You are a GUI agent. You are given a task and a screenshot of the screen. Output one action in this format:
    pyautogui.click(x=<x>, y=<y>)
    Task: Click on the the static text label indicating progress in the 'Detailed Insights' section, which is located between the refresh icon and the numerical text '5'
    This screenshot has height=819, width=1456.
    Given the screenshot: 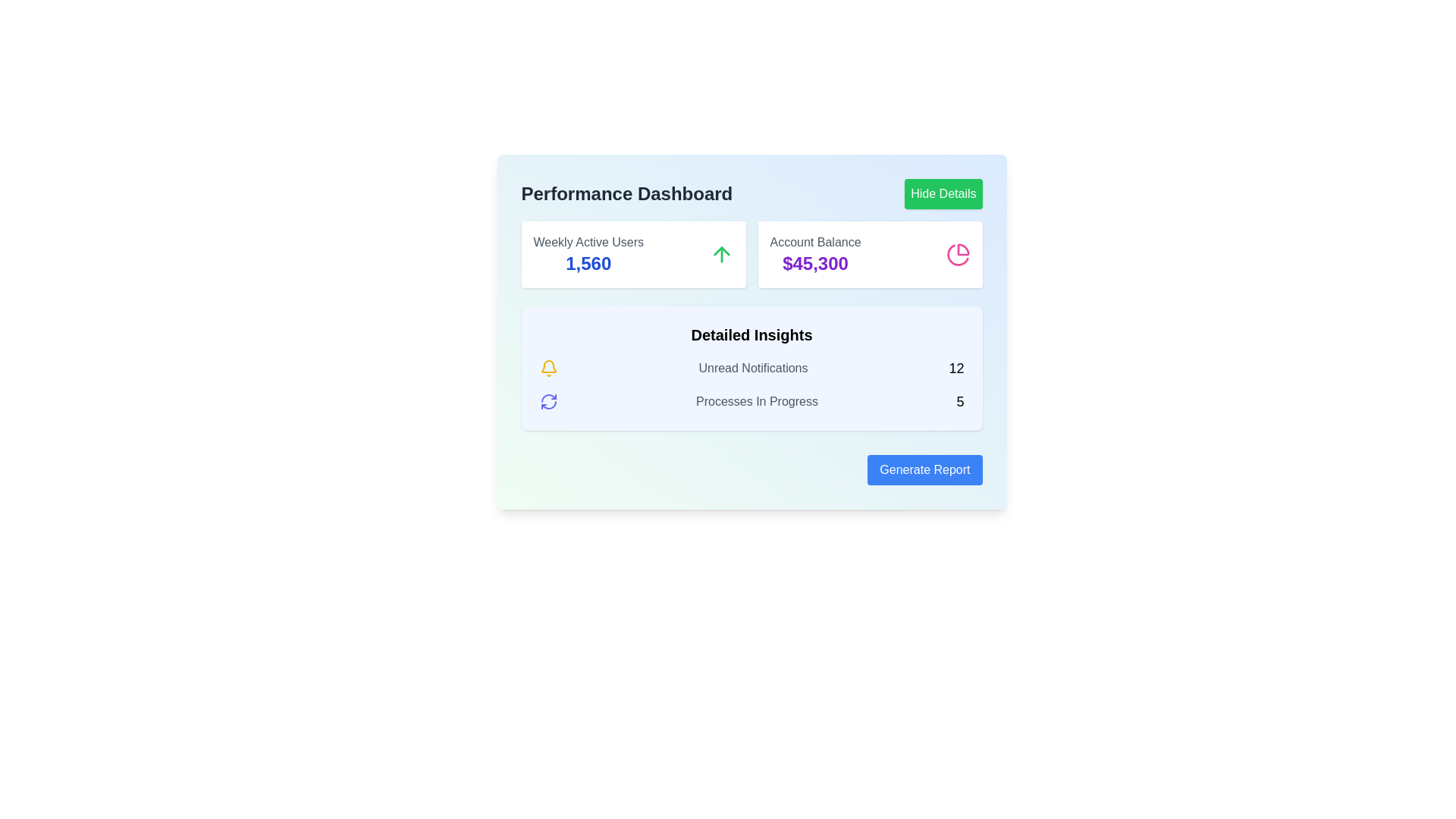 What is the action you would take?
    pyautogui.click(x=757, y=400)
    